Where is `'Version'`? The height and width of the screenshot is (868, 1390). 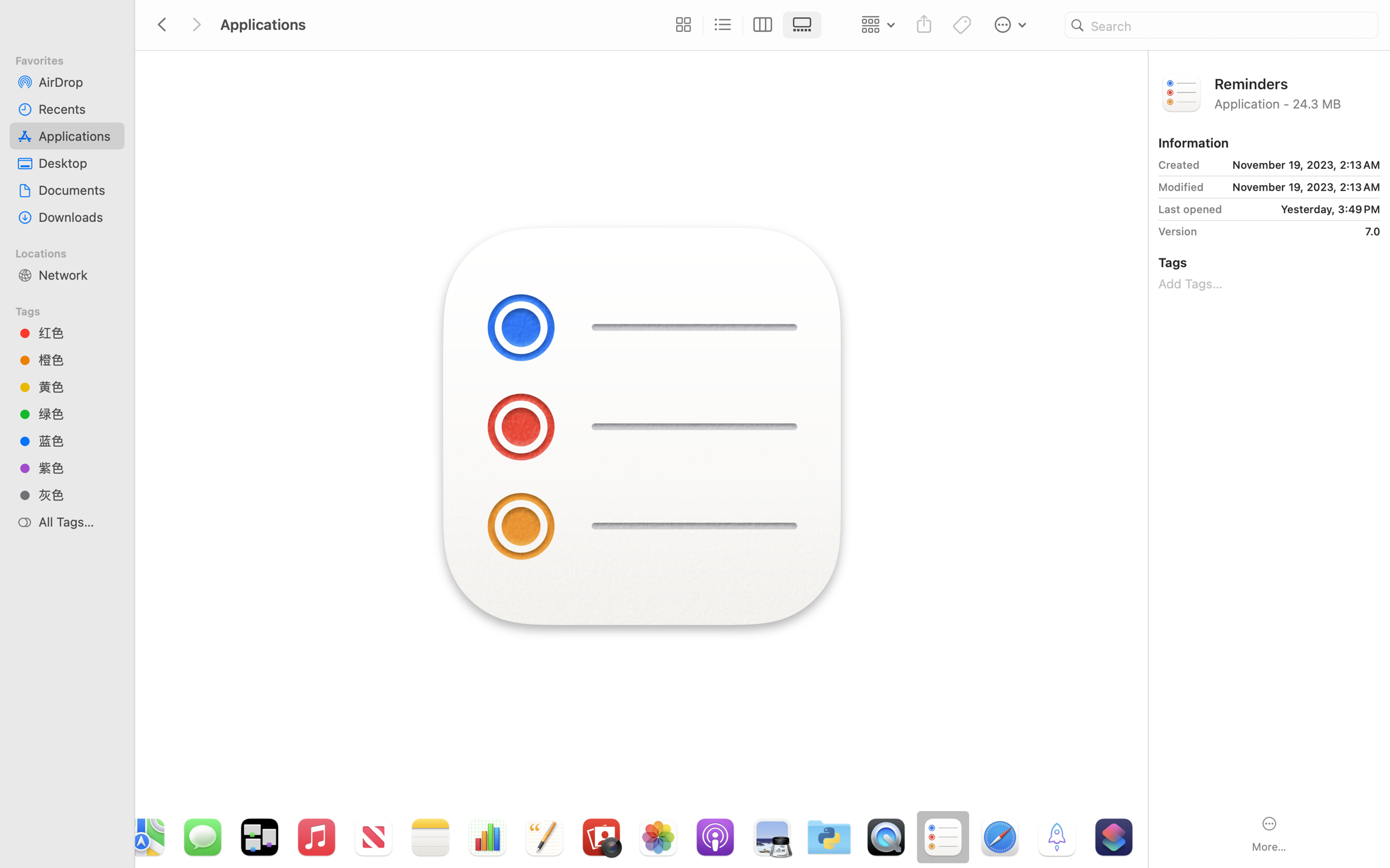 'Version' is located at coordinates (1177, 231).